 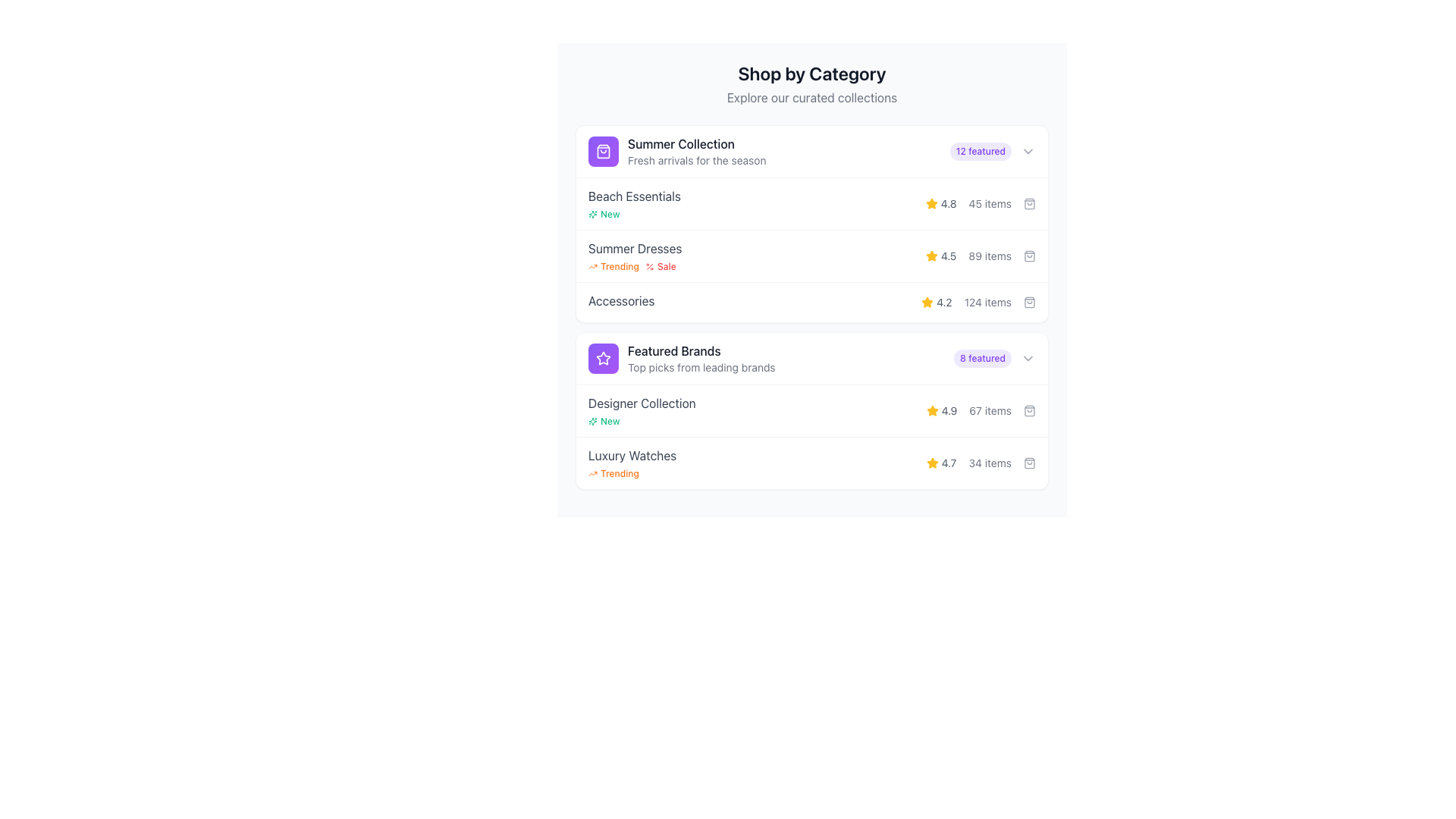 I want to click on the 'Summer Dresses' category button, which shows indicators for 'Trending' and 'Sale', along with a rating of '4.5' and '89 items' count, so click(x=811, y=248).